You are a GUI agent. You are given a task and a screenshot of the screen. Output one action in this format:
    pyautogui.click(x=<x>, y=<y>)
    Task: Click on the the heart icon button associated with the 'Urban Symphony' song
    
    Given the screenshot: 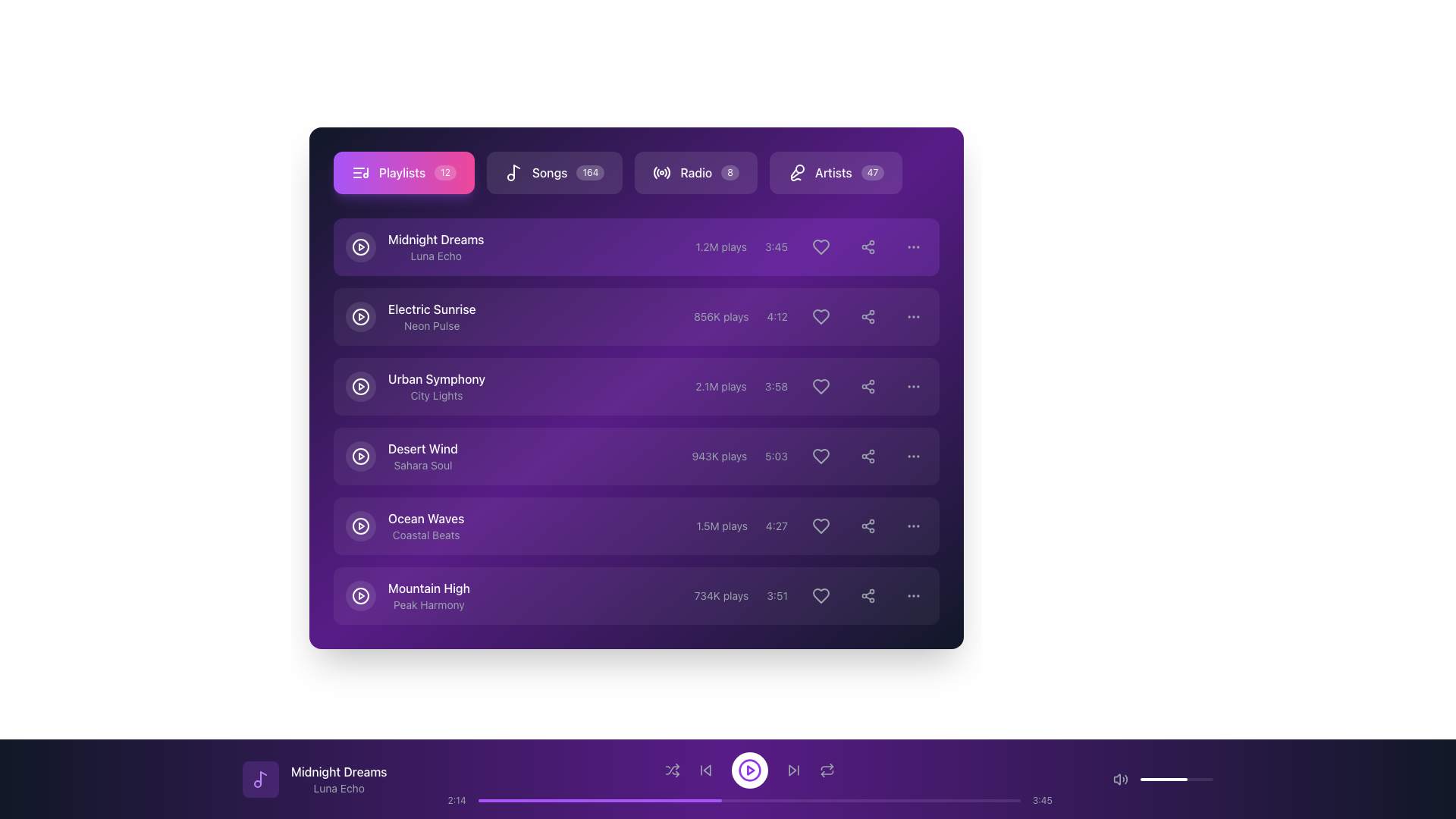 What is the action you would take?
    pyautogui.click(x=821, y=385)
    